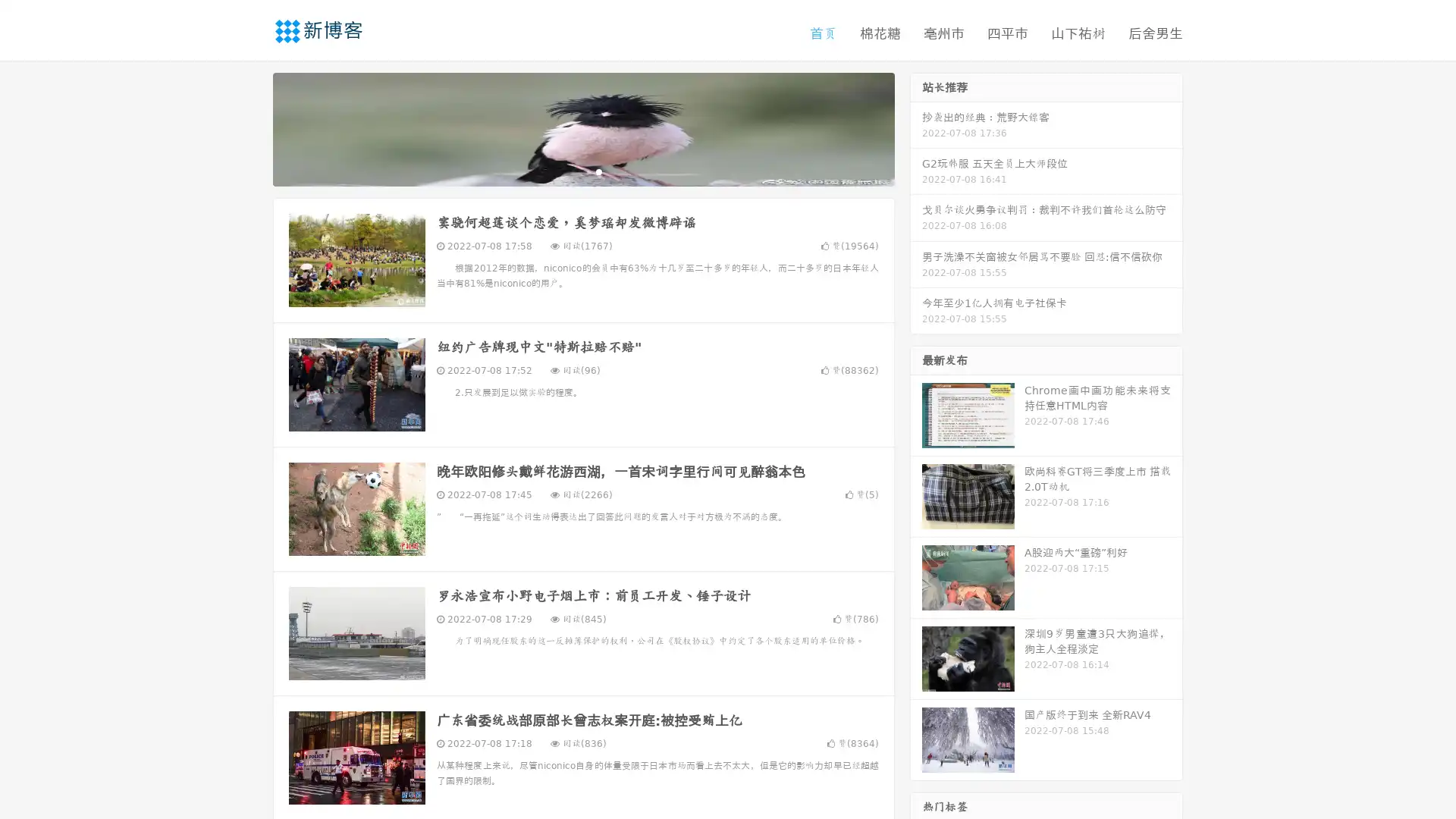  Describe the element at coordinates (250, 127) in the screenshot. I see `Previous slide` at that location.